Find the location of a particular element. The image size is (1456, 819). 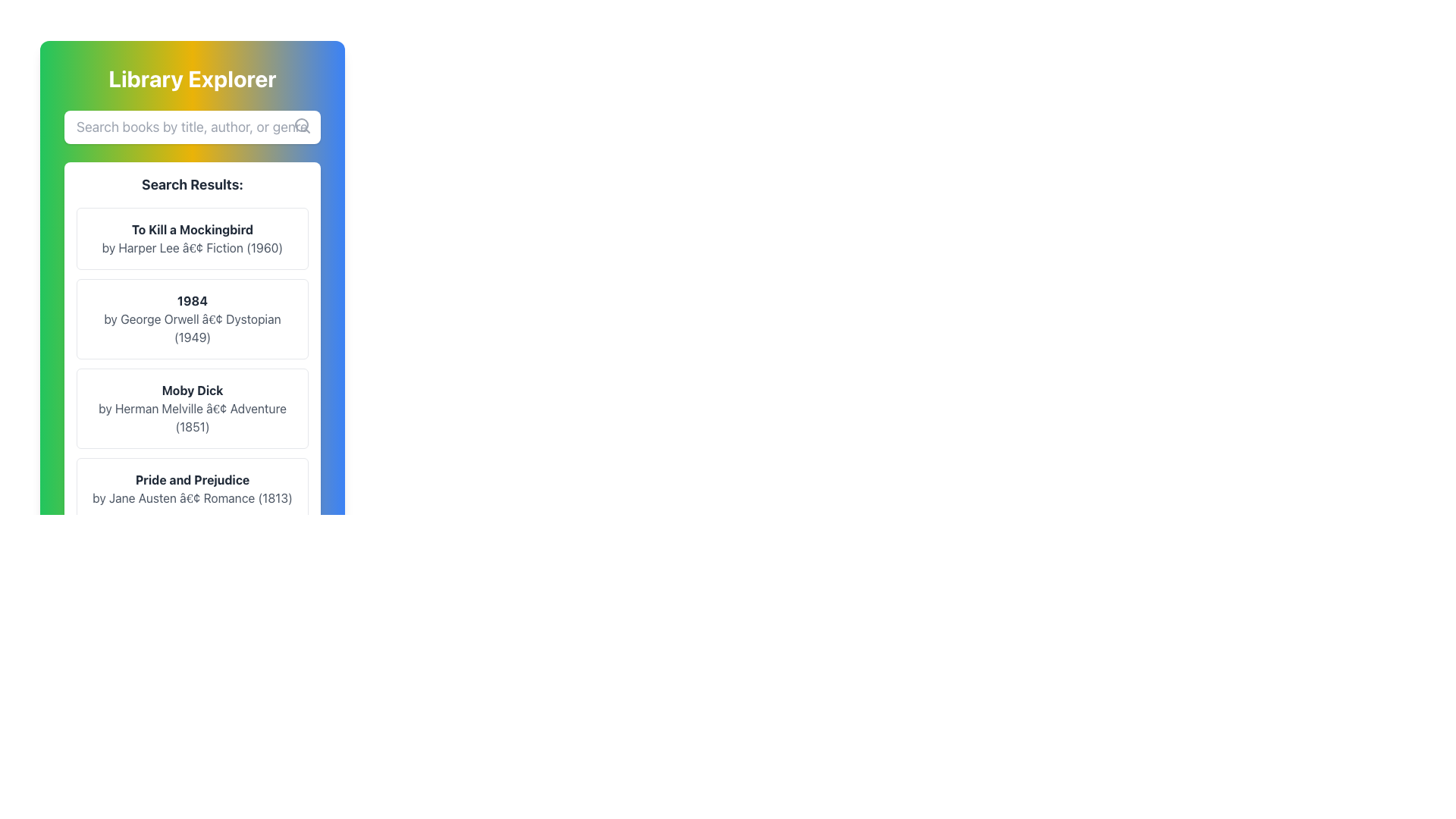

the Search Result Item for the book titled 'To Kill a Mockingbird' is located at coordinates (192, 239).